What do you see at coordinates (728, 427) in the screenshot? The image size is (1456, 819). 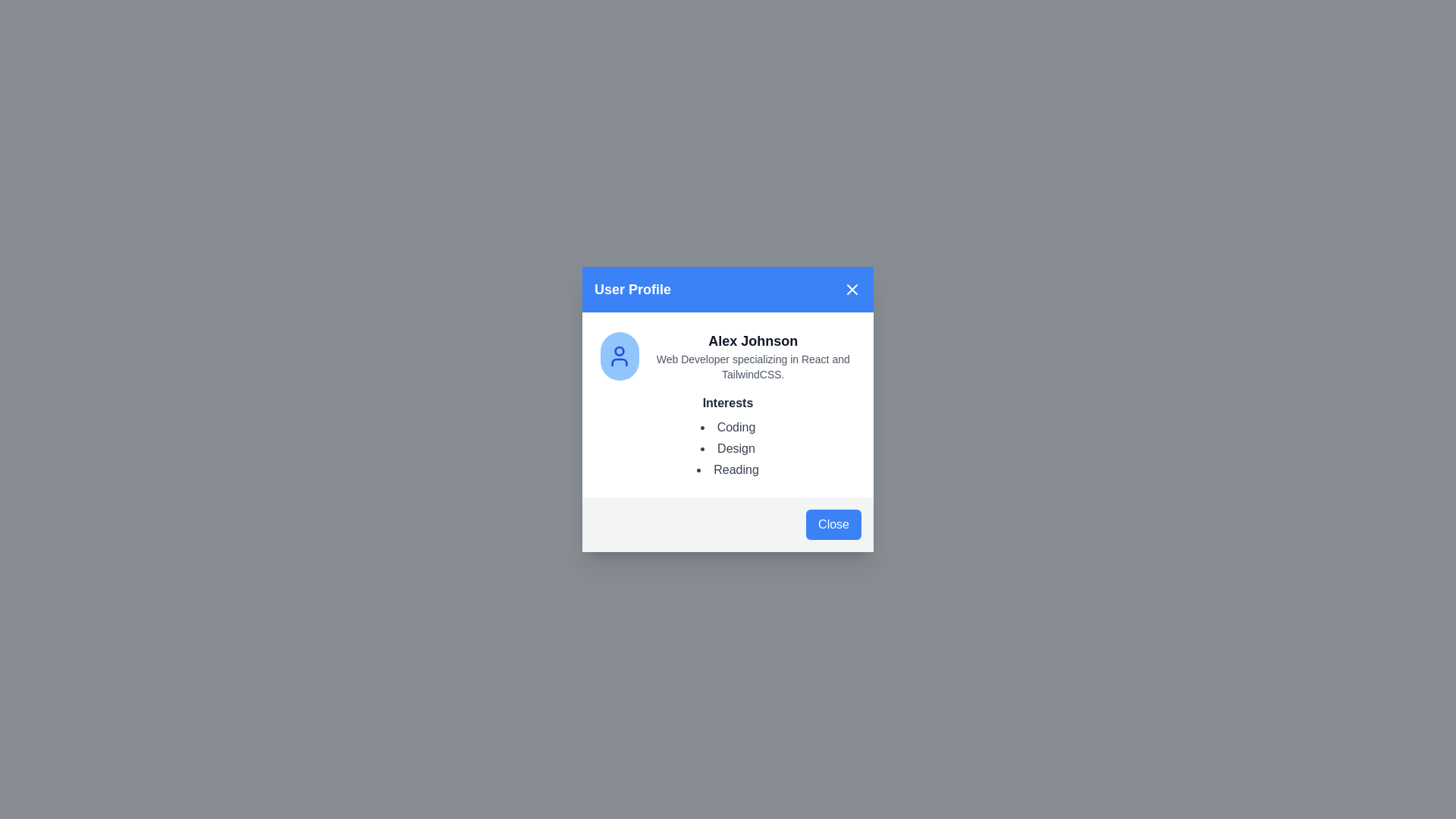 I see `the static text indicating the first item in the 'Interests' bullet list under the user's profile description` at bounding box center [728, 427].